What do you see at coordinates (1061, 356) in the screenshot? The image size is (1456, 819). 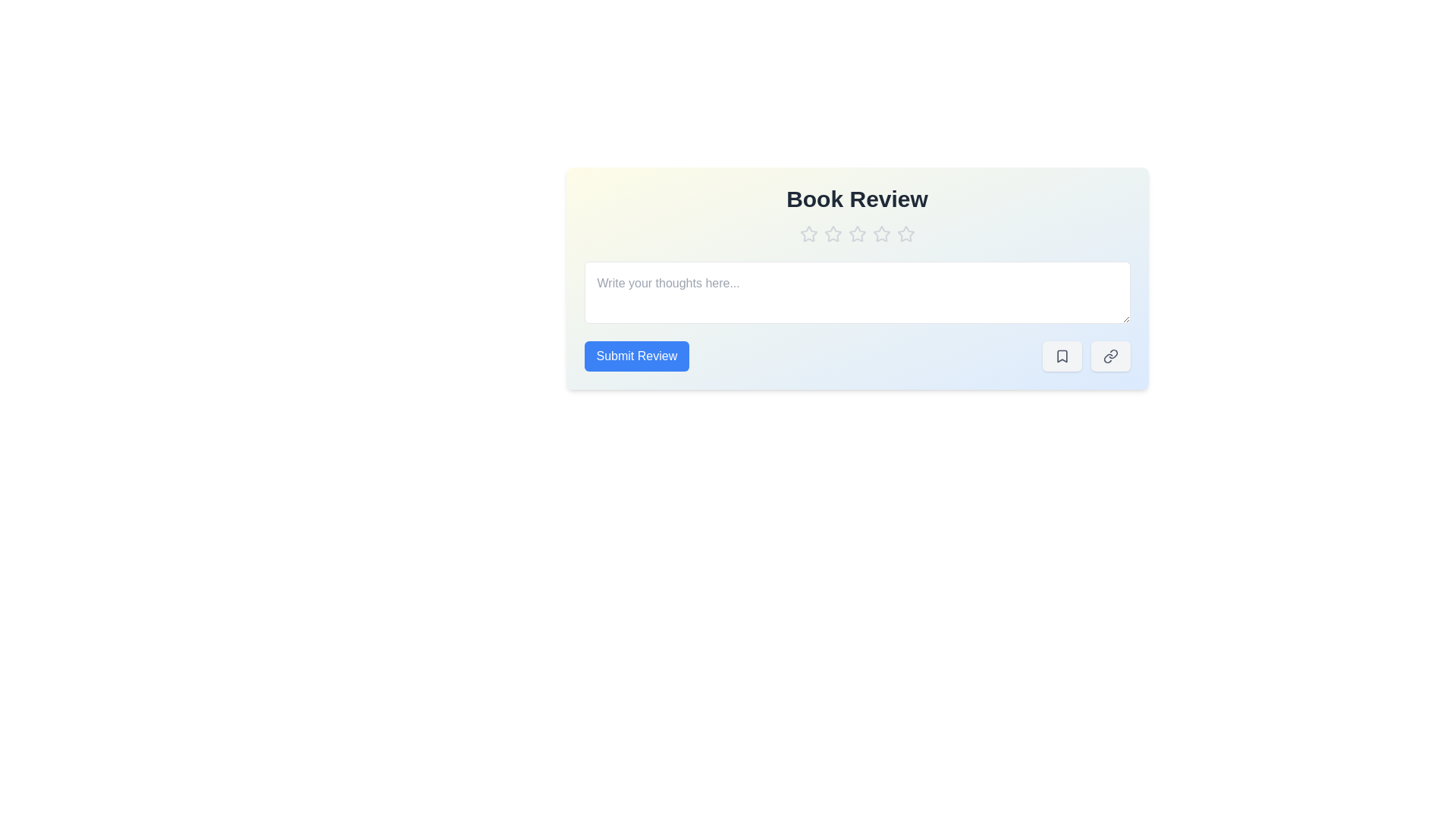 I see `the bookmark button to bookmark the review` at bounding box center [1061, 356].